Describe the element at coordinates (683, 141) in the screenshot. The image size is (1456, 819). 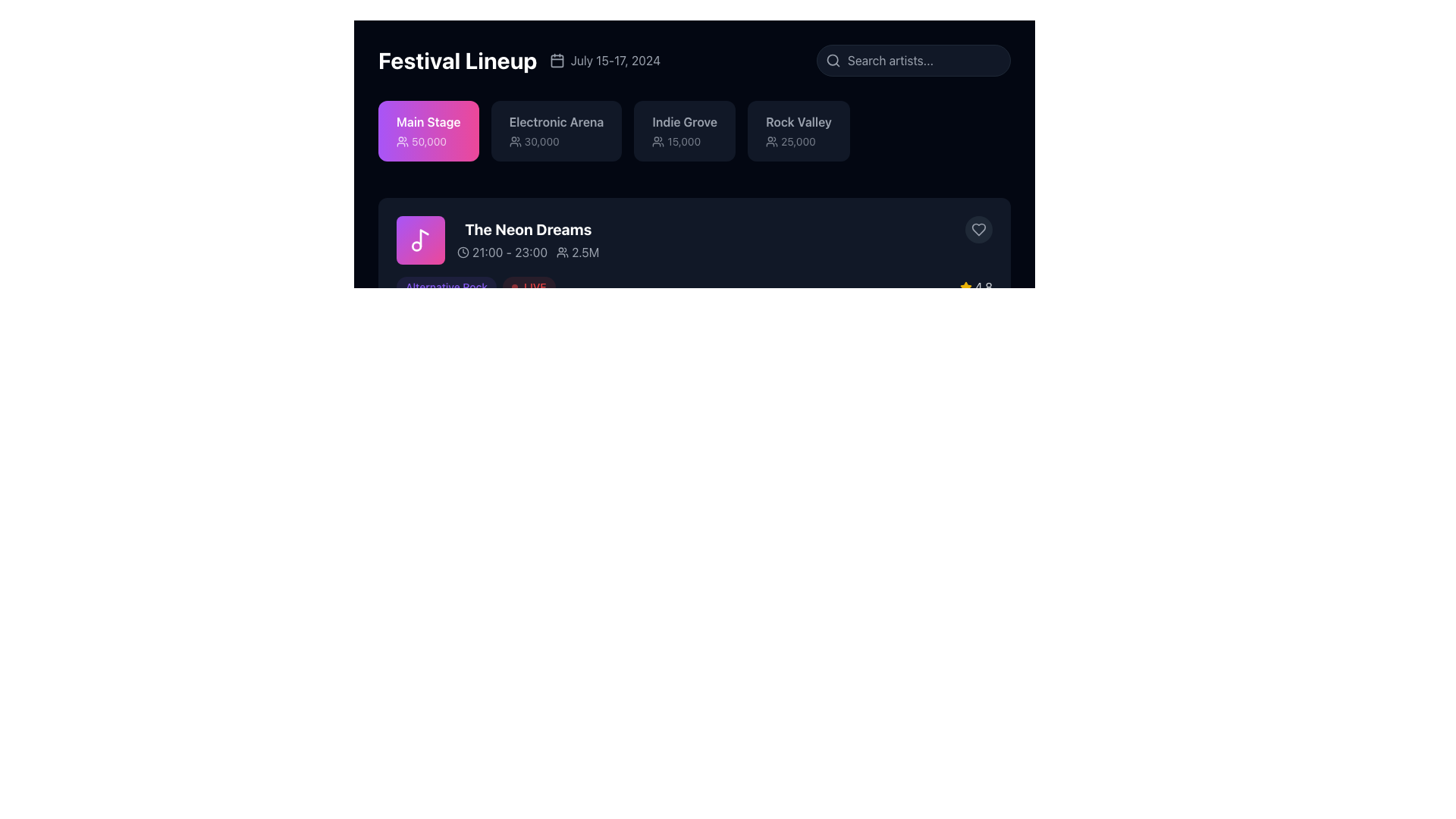
I see `the static text label displaying the value '15,000' located within the 'Indie Grove' card, positioned beneath the user icon` at that location.